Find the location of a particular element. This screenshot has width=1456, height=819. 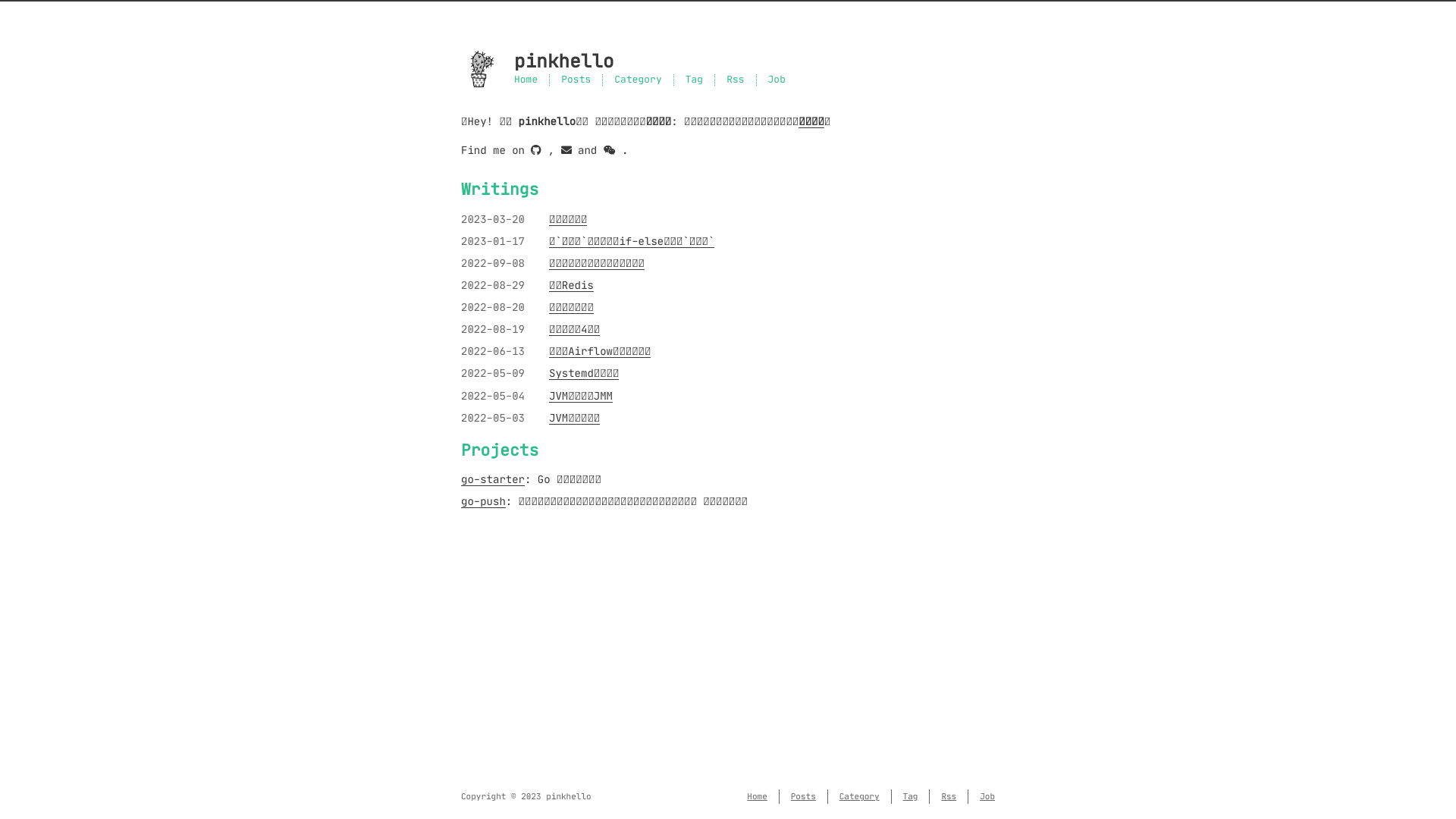

'Category' is located at coordinates (637, 80).